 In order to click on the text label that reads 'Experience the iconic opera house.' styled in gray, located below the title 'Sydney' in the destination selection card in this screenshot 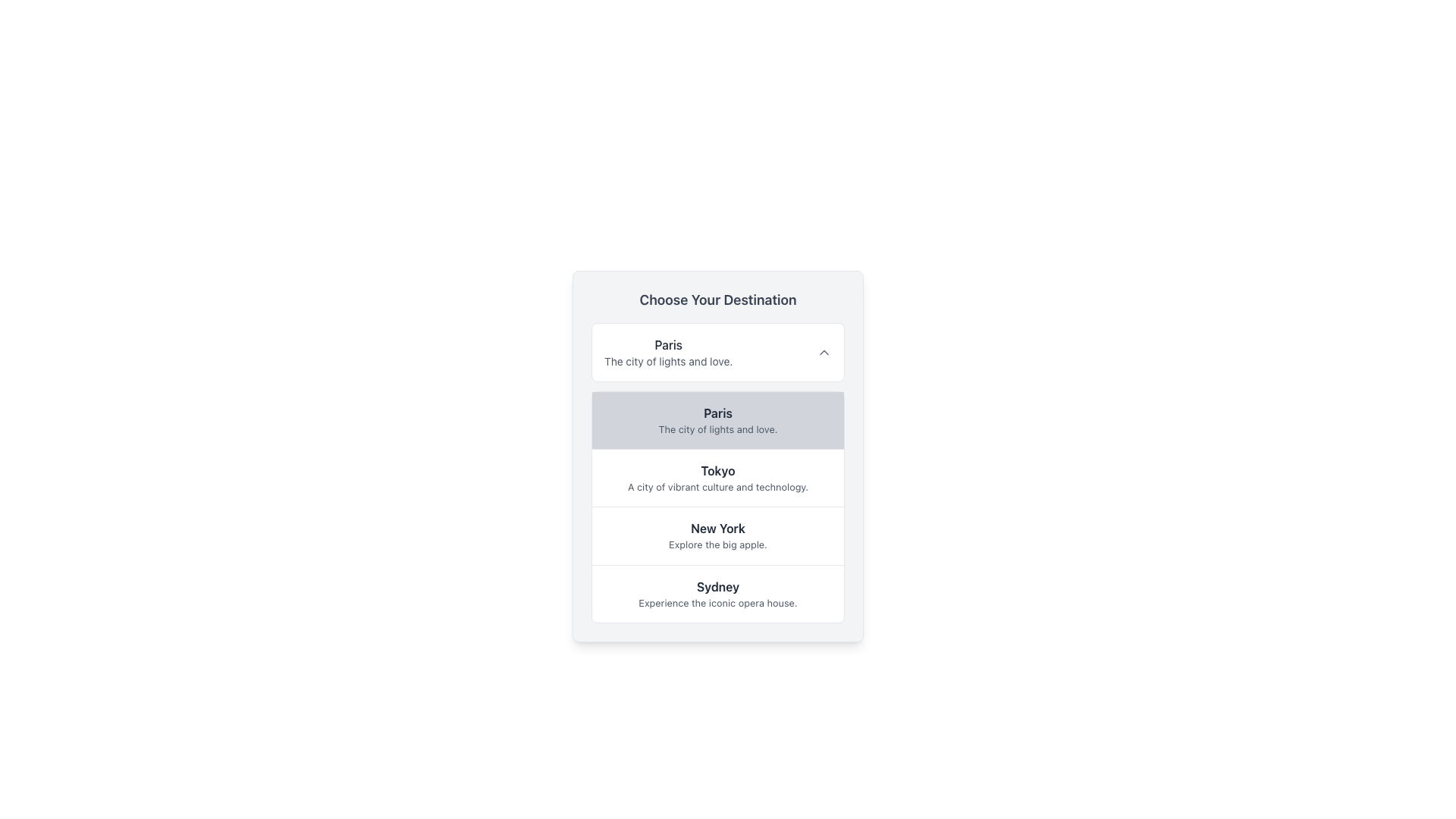, I will do `click(717, 601)`.